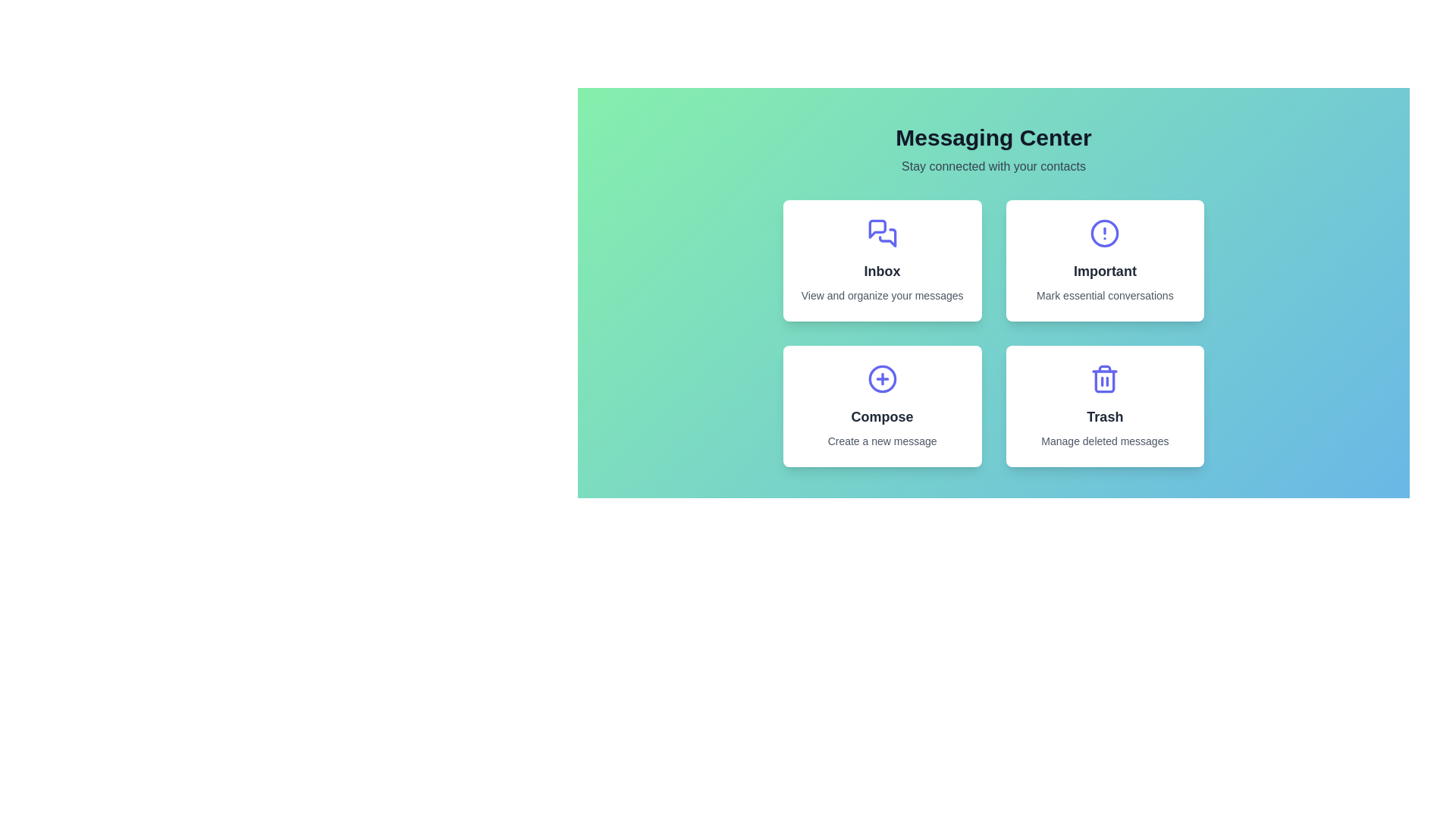  What do you see at coordinates (882, 378) in the screenshot?
I see `the circular component of the 'Compose' icon which is part of a larger green circular design with a plus symbol` at bounding box center [882, 378].